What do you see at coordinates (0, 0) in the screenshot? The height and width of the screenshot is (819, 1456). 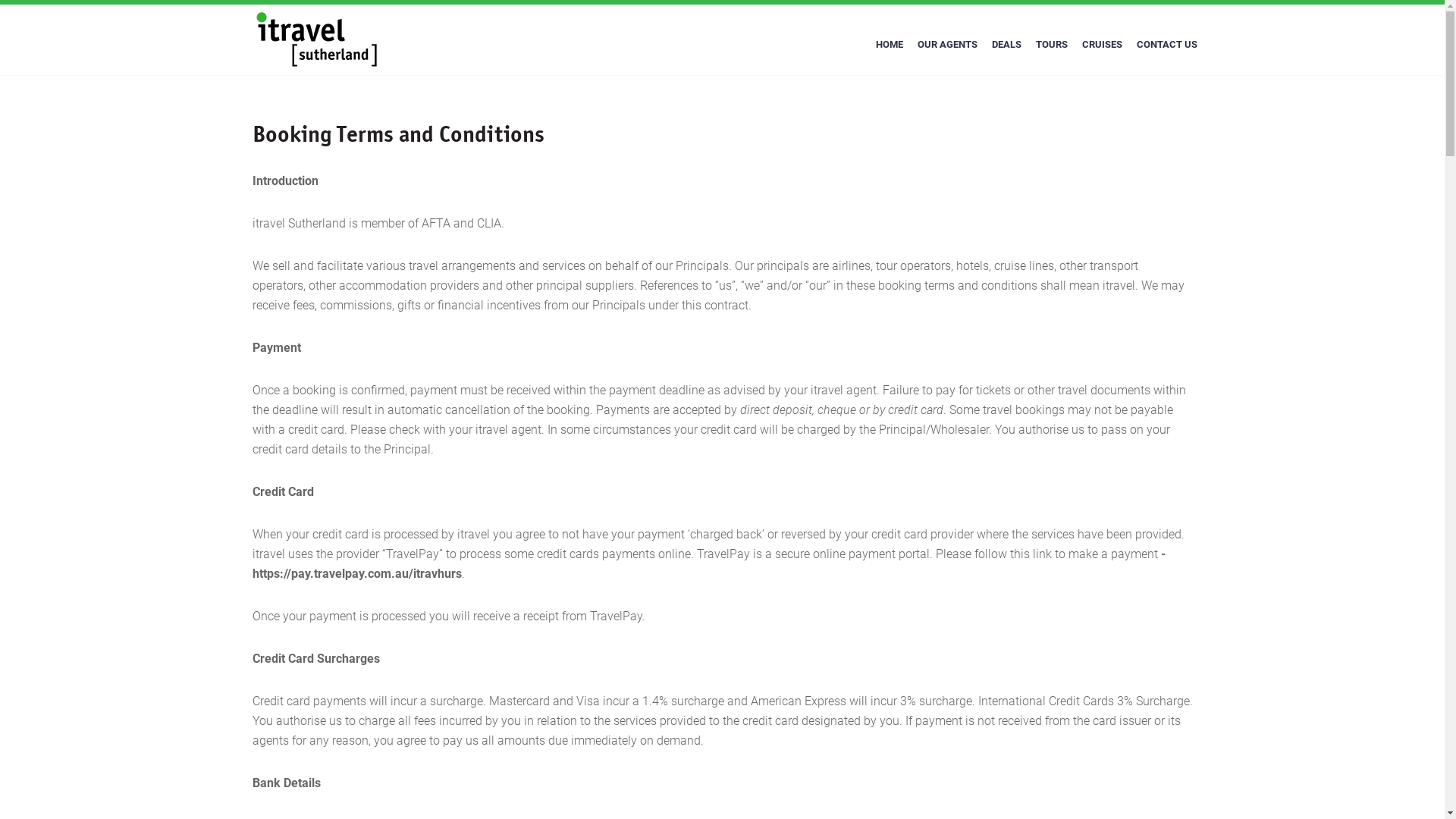 I see `'Skip to main content'` at bounding box center [0, 0].